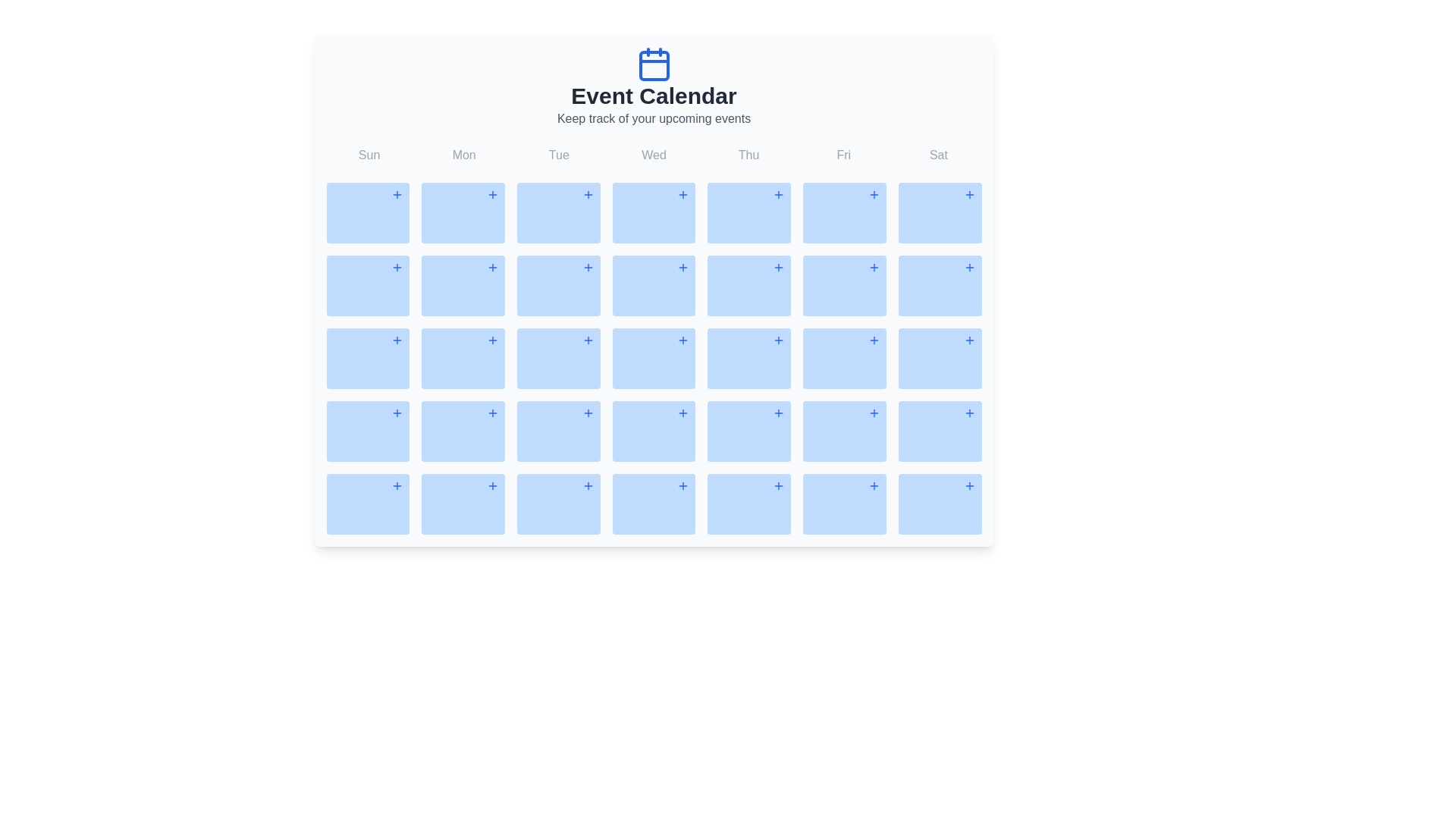 This screenshot has width=1456, height=819. I want to click on the blue plus icon located at the upper-right corner of the last cell in the fifth row of the calendar grid, so click(397, 485).